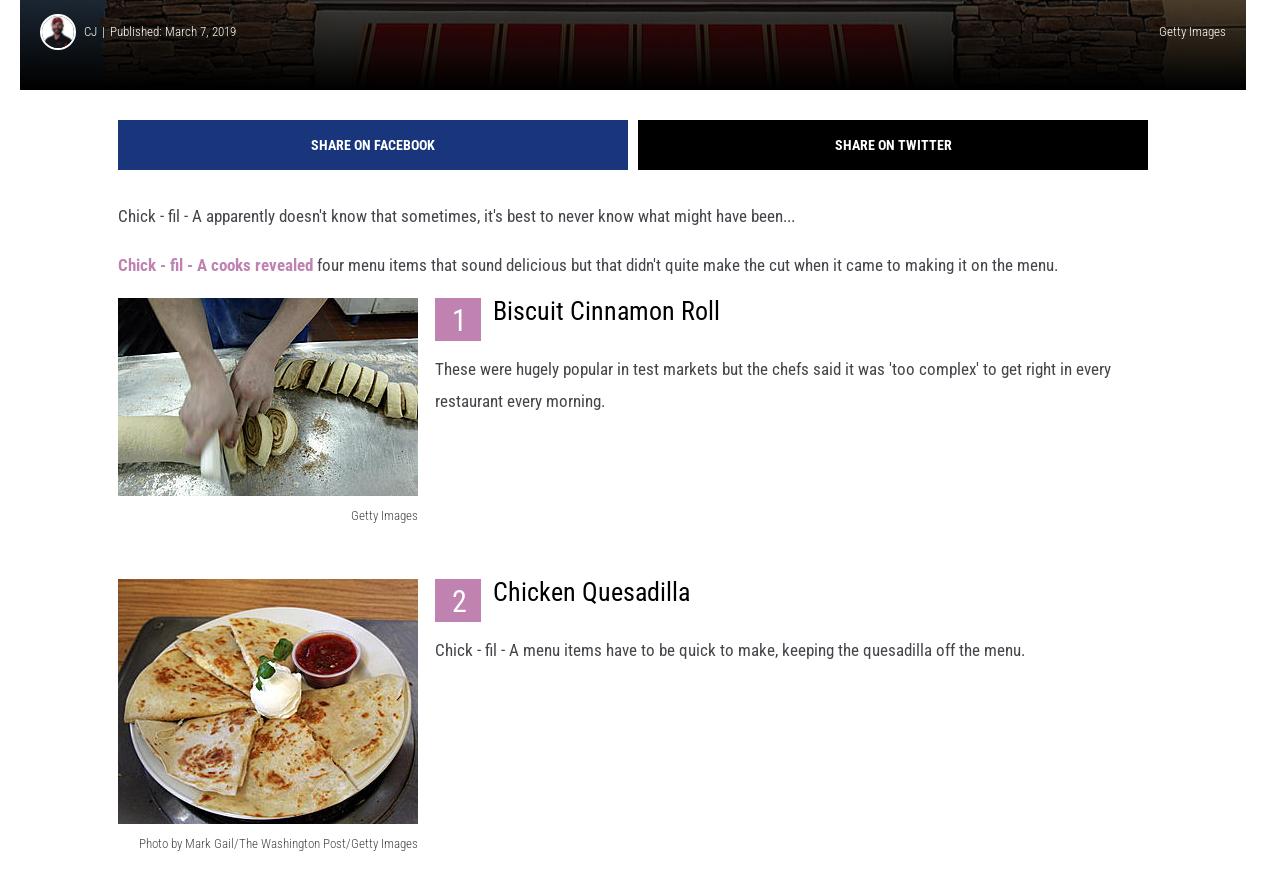 The width and height of the screenshot is (1286, 881). What do you see at coordinates (605, 328) in the screenshot?
I see `'Biscuit Cinnamon Roll'` at bounding box center [605, 328].